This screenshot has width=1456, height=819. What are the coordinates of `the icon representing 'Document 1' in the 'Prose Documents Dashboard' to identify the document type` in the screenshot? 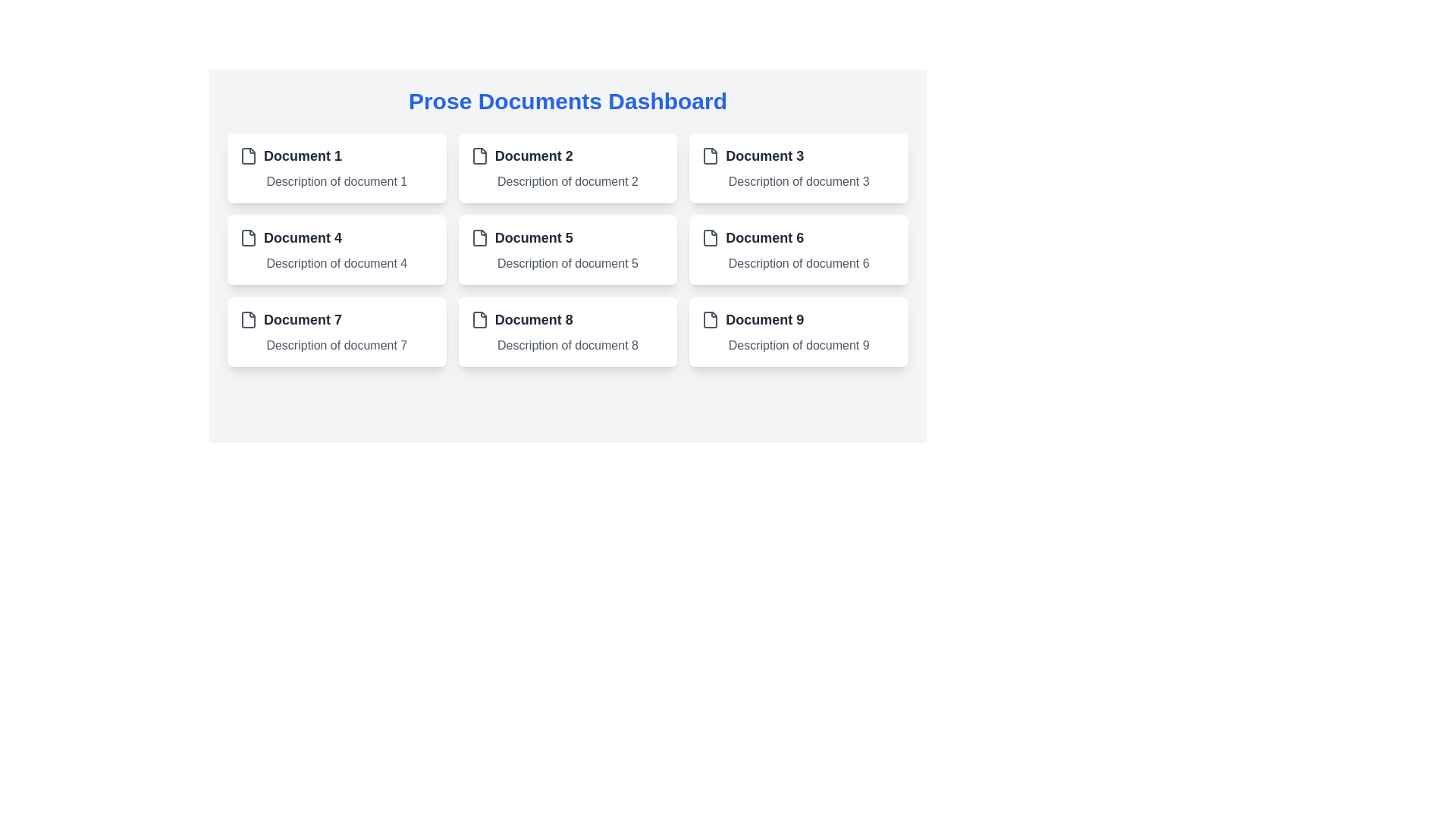 It's located at (248, 155).